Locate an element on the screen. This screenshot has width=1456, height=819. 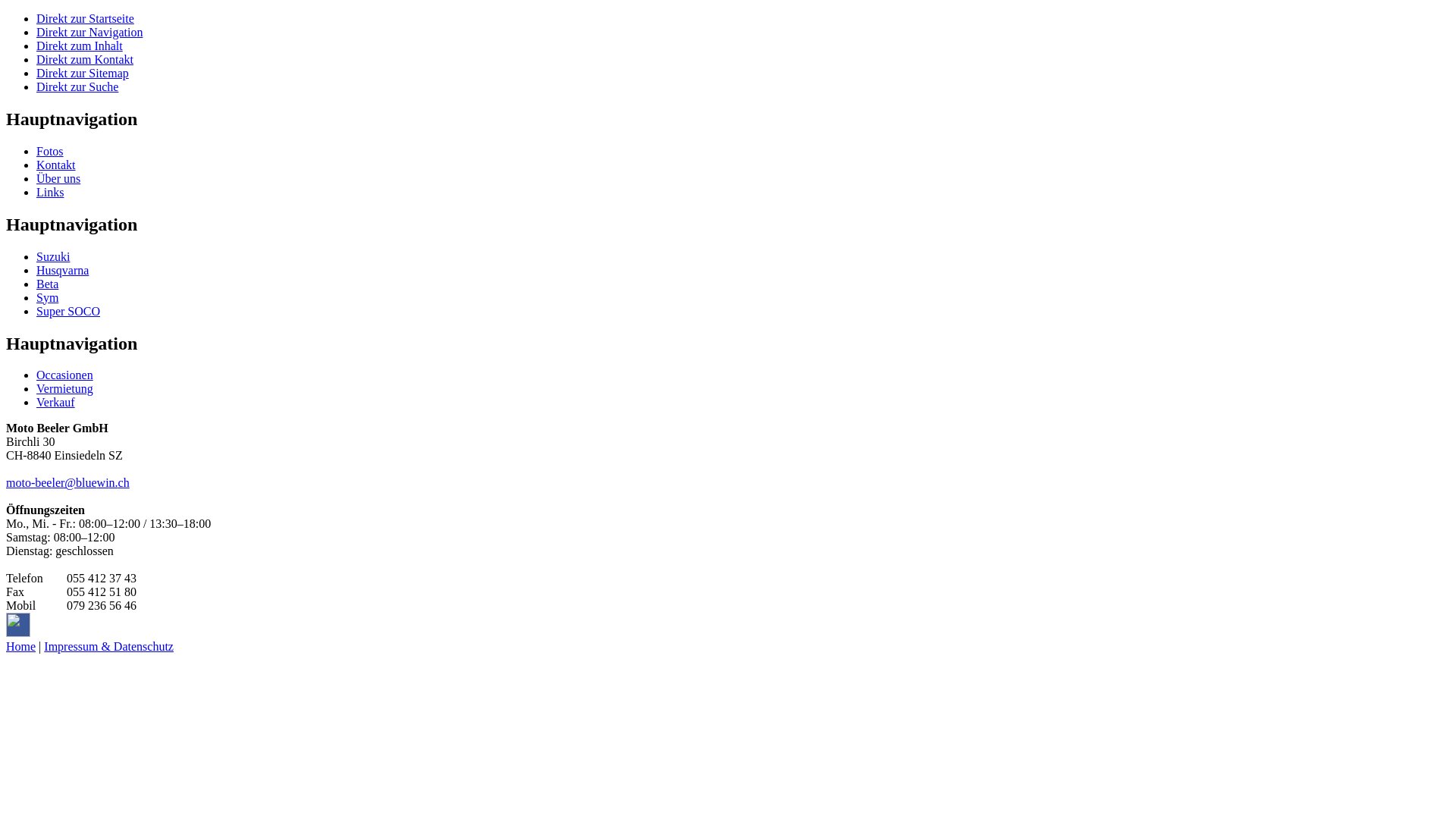
'Fotos' is located at coordinates (36, 151).